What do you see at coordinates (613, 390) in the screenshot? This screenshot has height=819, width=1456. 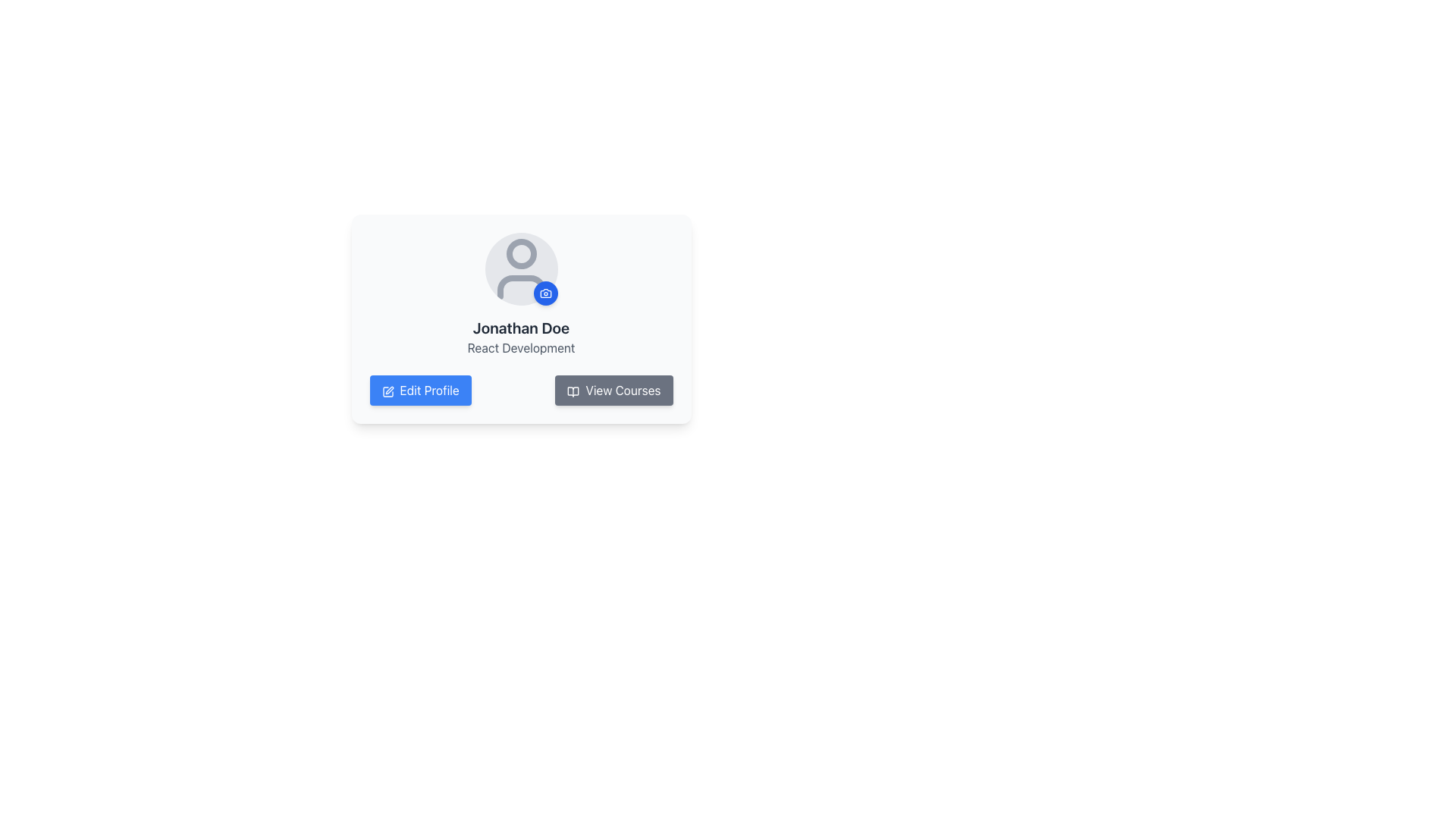 I see `the 'View Courses' button, which has a gray background and white text, located to the right of the 'Edit Profile' button in the button group below the user profile section` at bounding box center [613, 390].